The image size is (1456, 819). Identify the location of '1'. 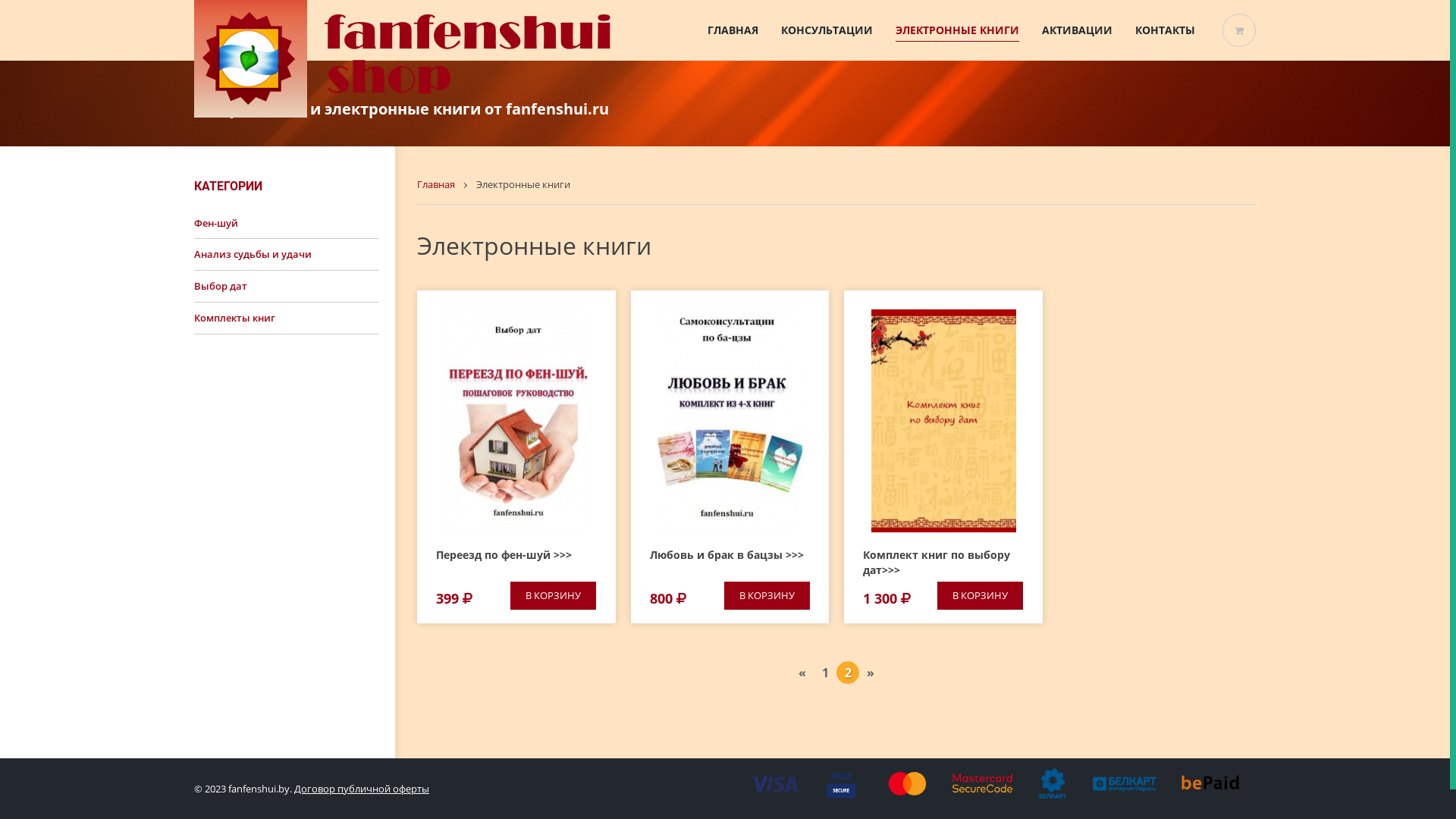
(824, 672).